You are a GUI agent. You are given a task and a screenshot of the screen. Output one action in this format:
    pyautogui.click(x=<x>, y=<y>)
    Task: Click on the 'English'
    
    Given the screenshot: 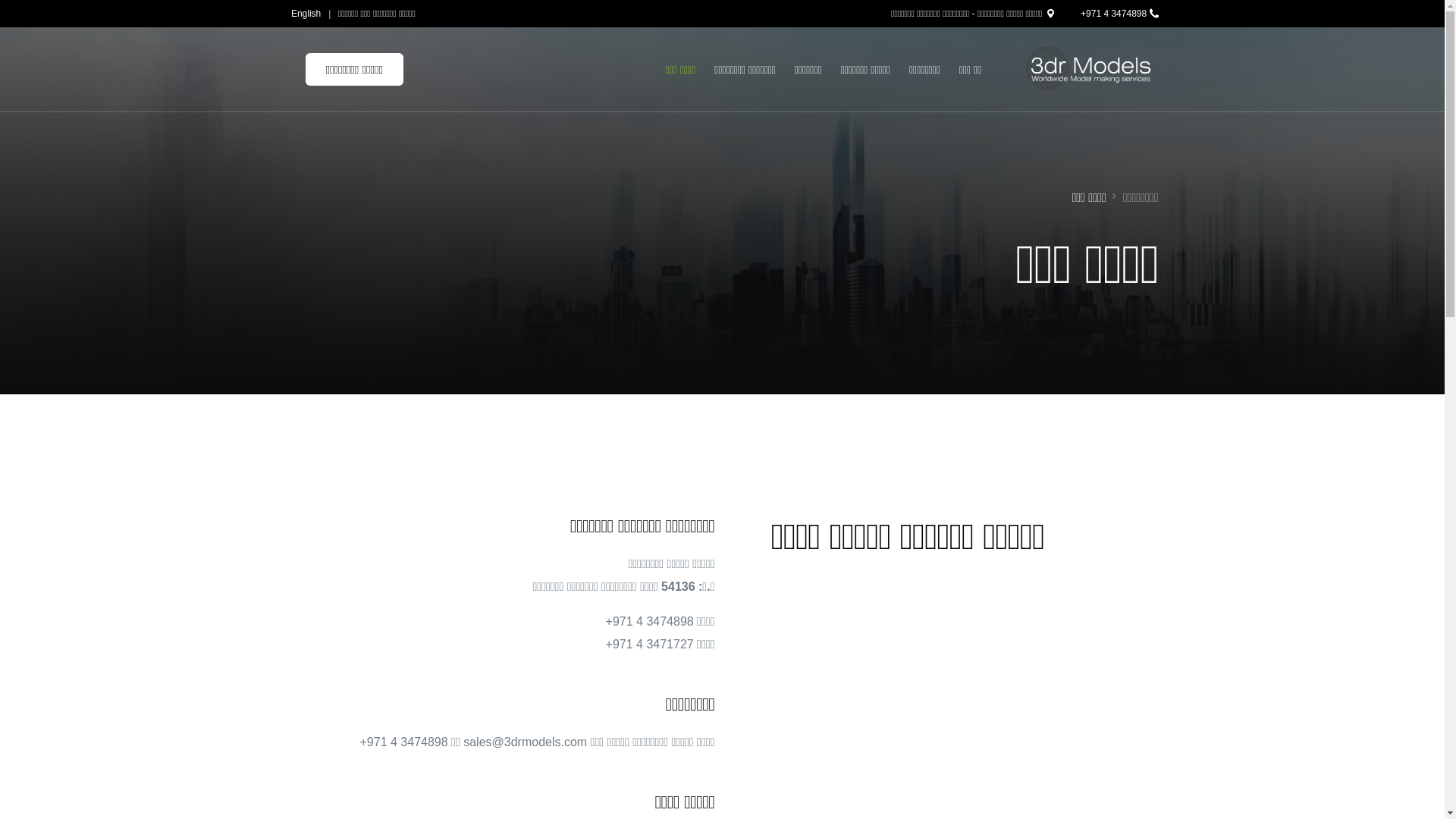 What is the action you would take?
    pyautogui.click(x=307, y=14)
    